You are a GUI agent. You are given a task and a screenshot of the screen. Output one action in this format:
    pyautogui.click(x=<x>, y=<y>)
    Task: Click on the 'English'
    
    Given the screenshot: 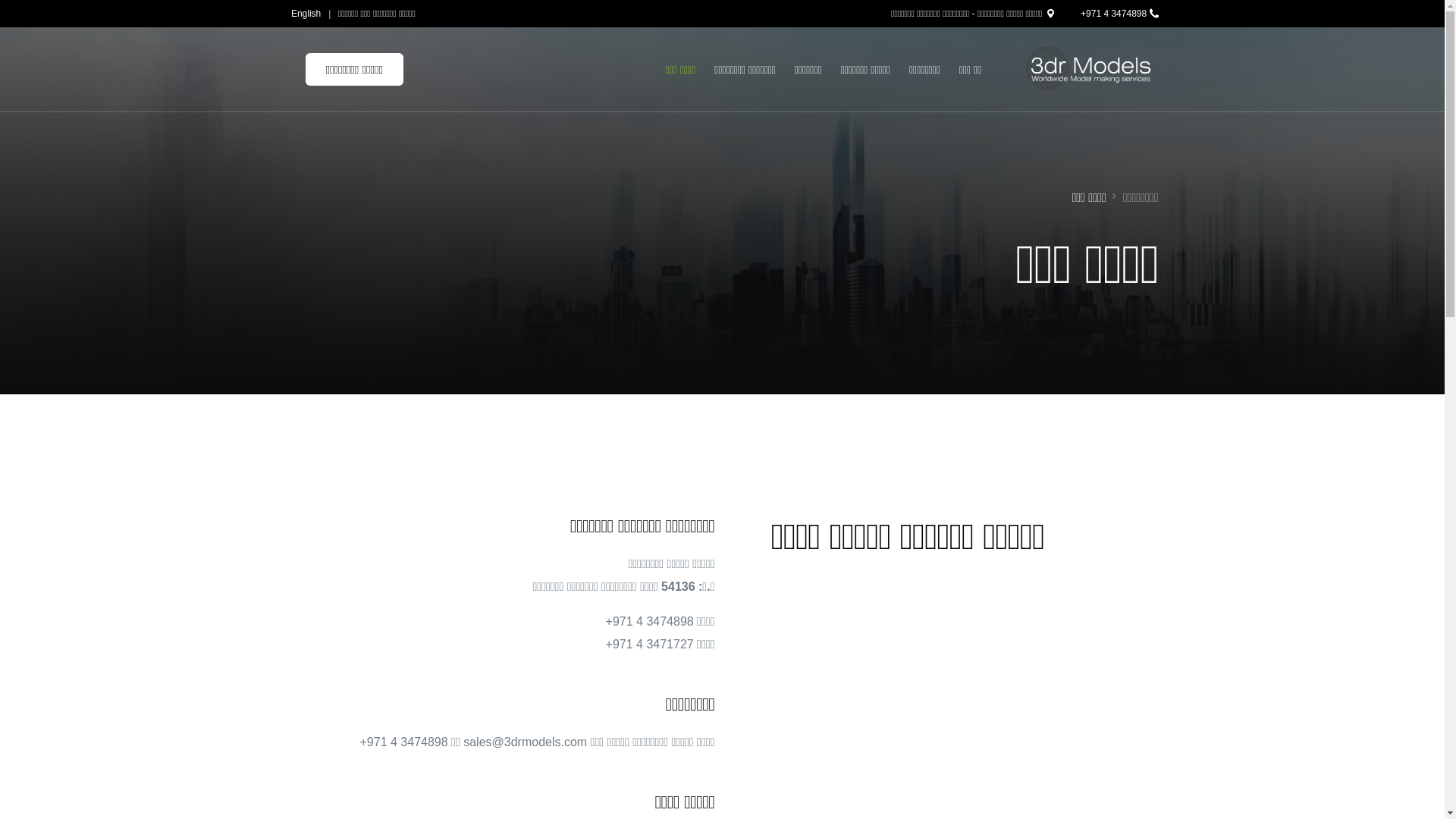 What is the action you would take?
    pyautogui.click(x=307, y=14)
    